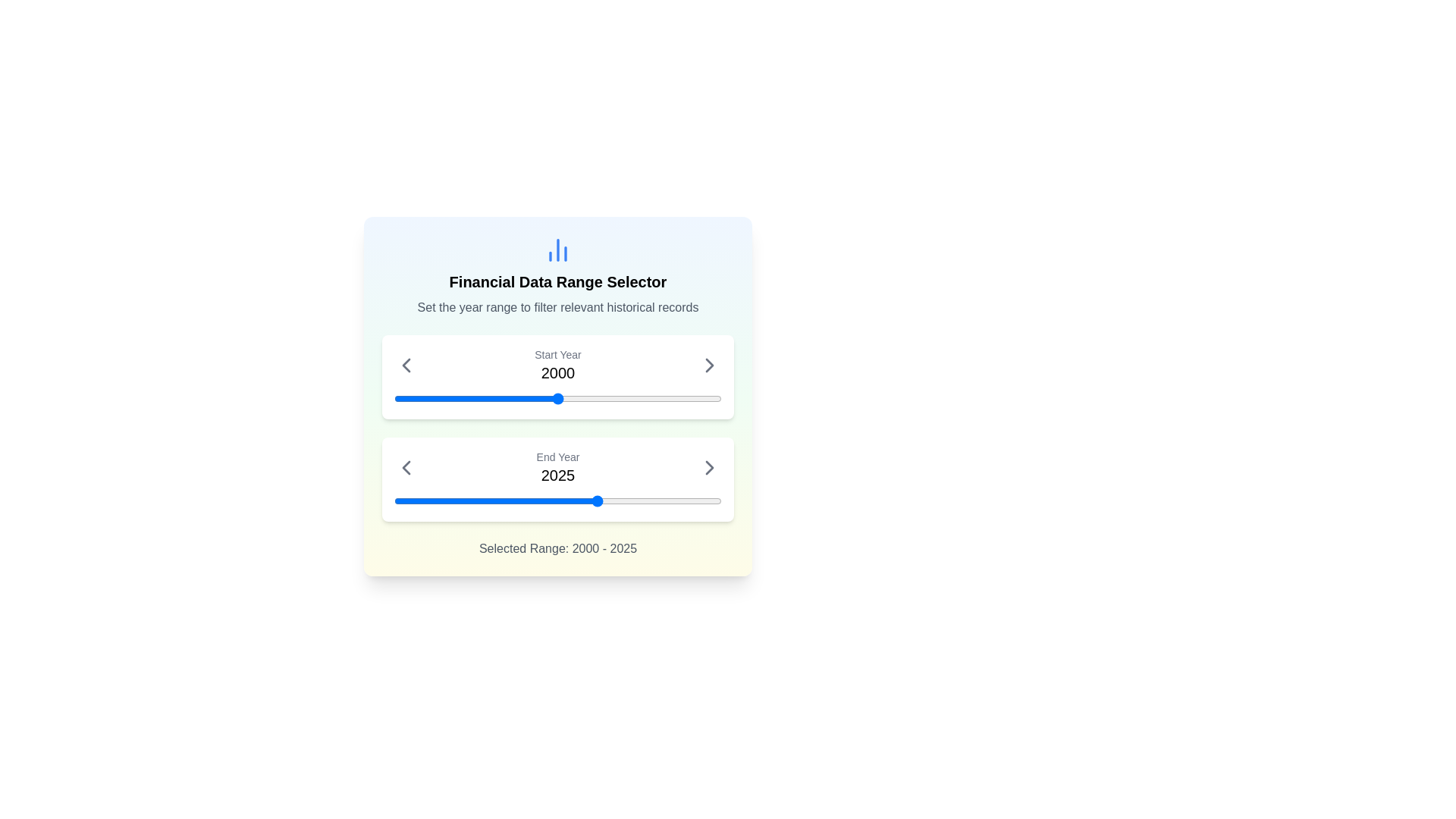  What do you see at coordinates (557, 549) in the screenshot?
I see `the Text Label that displays the currently selected range of years, located at the bottom of the 'Financial Data Range Selector' card interface` at bounding box center [557, 549].